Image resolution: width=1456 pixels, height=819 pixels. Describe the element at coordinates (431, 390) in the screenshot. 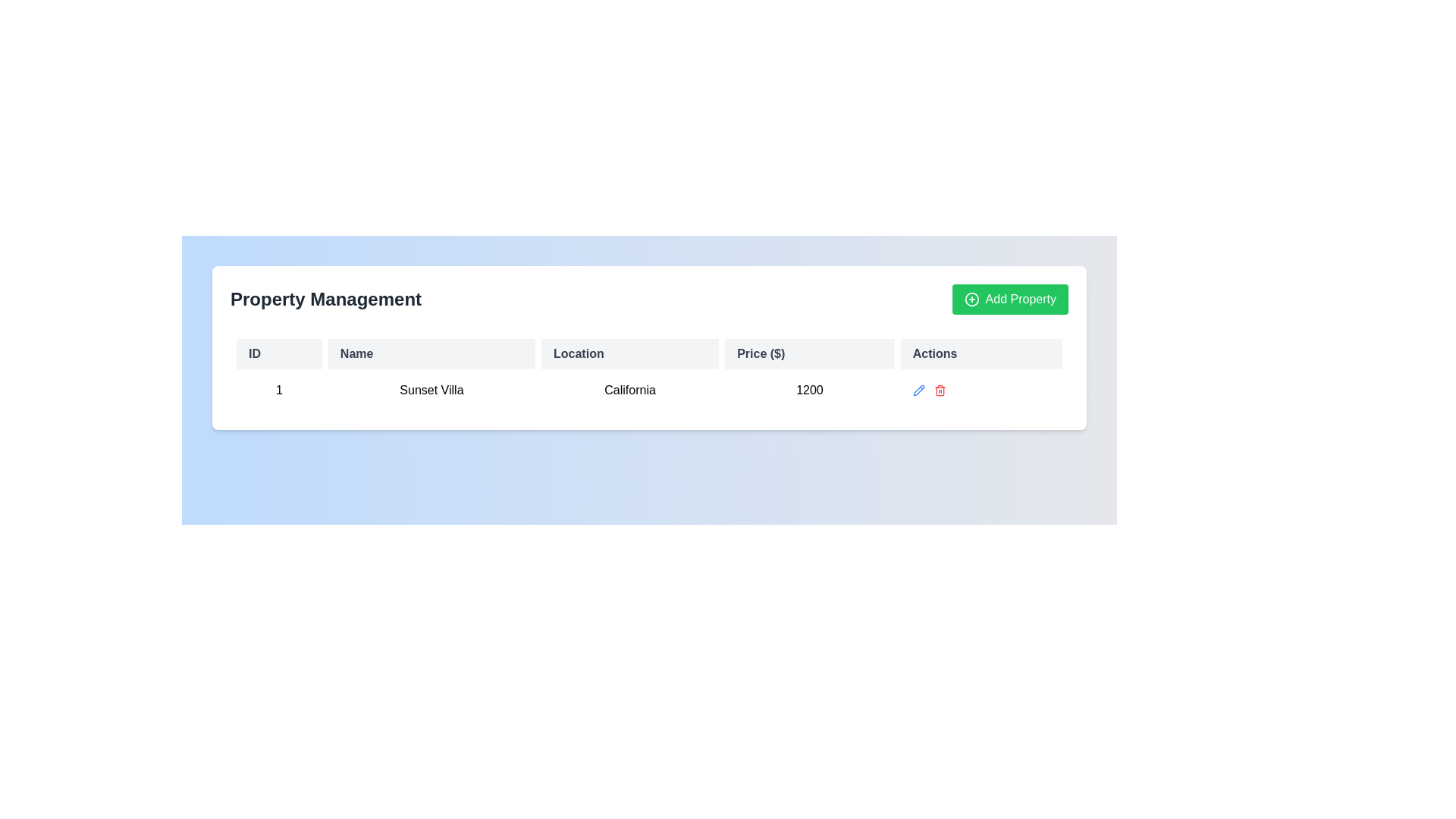

I see `the text 'Sunset Villa' located under the 'Name' column in the second row of the table` at that location.